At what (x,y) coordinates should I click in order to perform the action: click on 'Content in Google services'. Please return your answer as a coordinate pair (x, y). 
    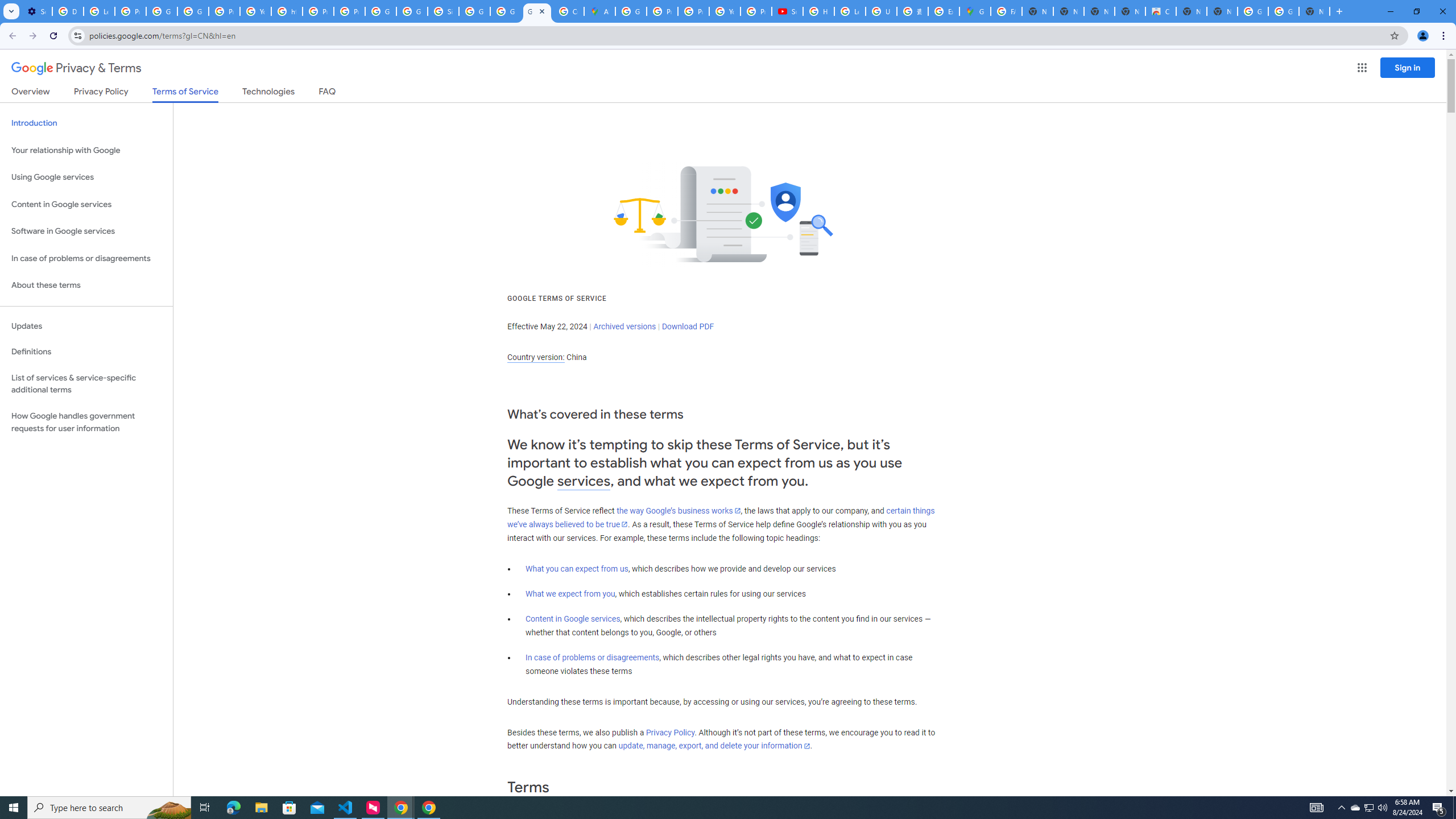
    Looking at the image, I should click on (572, 618).